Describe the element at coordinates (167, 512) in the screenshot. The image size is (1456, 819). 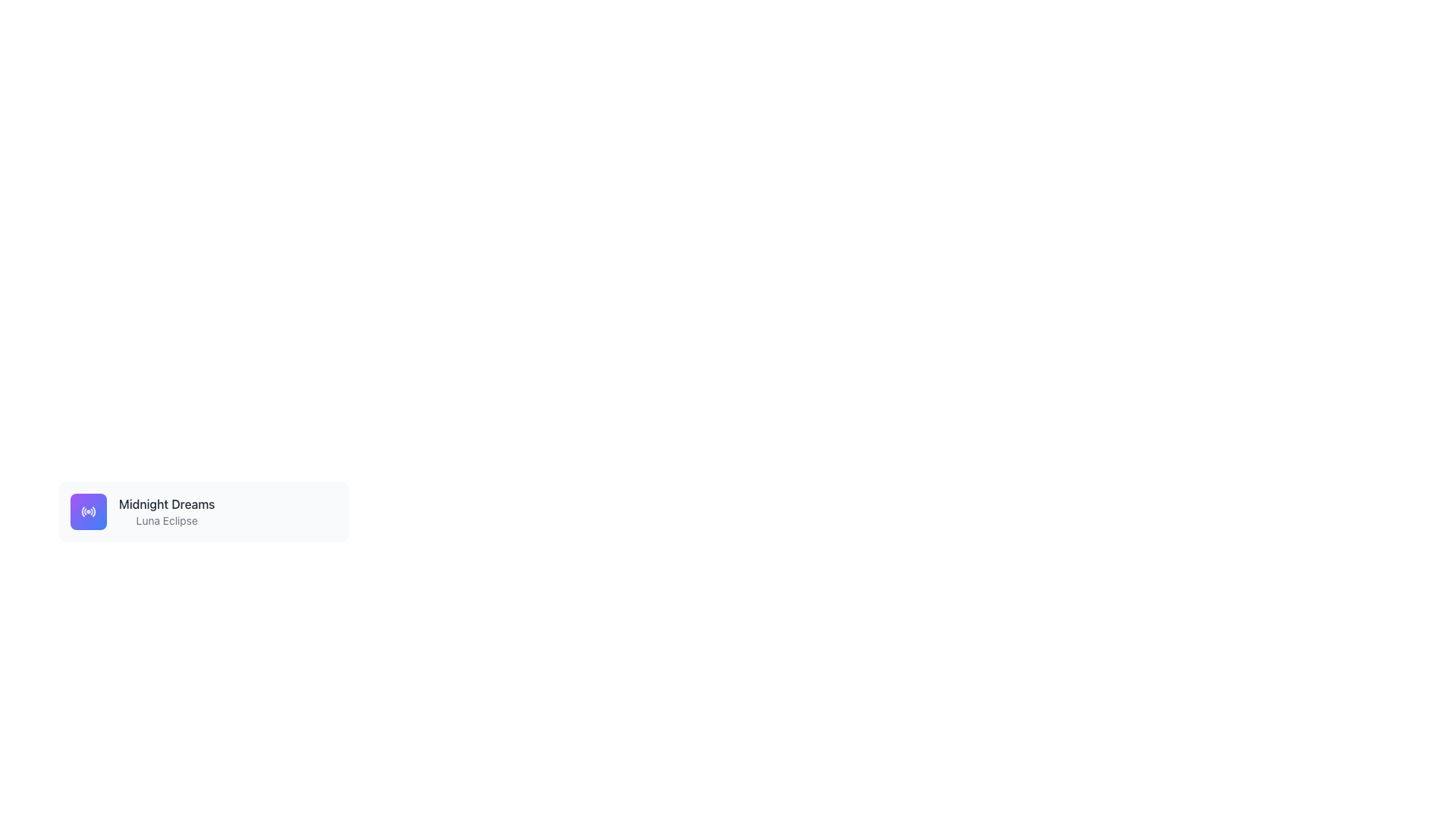
I see `the text block containing 'Midnight Dreams' and 'Luna Eclipse', which is located to the right of an icon with a purple-to-blue gradient background` at that location.